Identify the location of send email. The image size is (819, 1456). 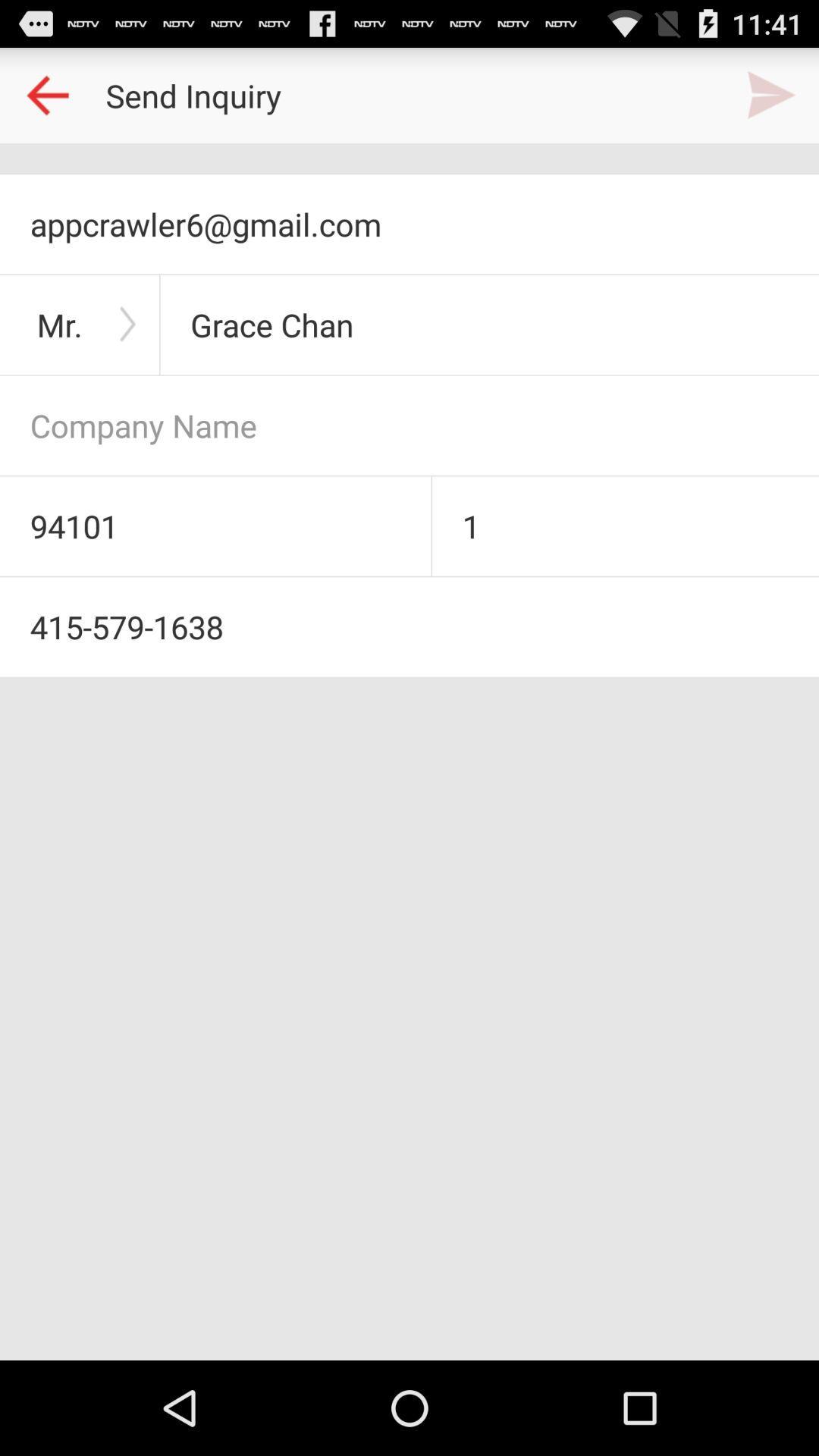
(771, 94).